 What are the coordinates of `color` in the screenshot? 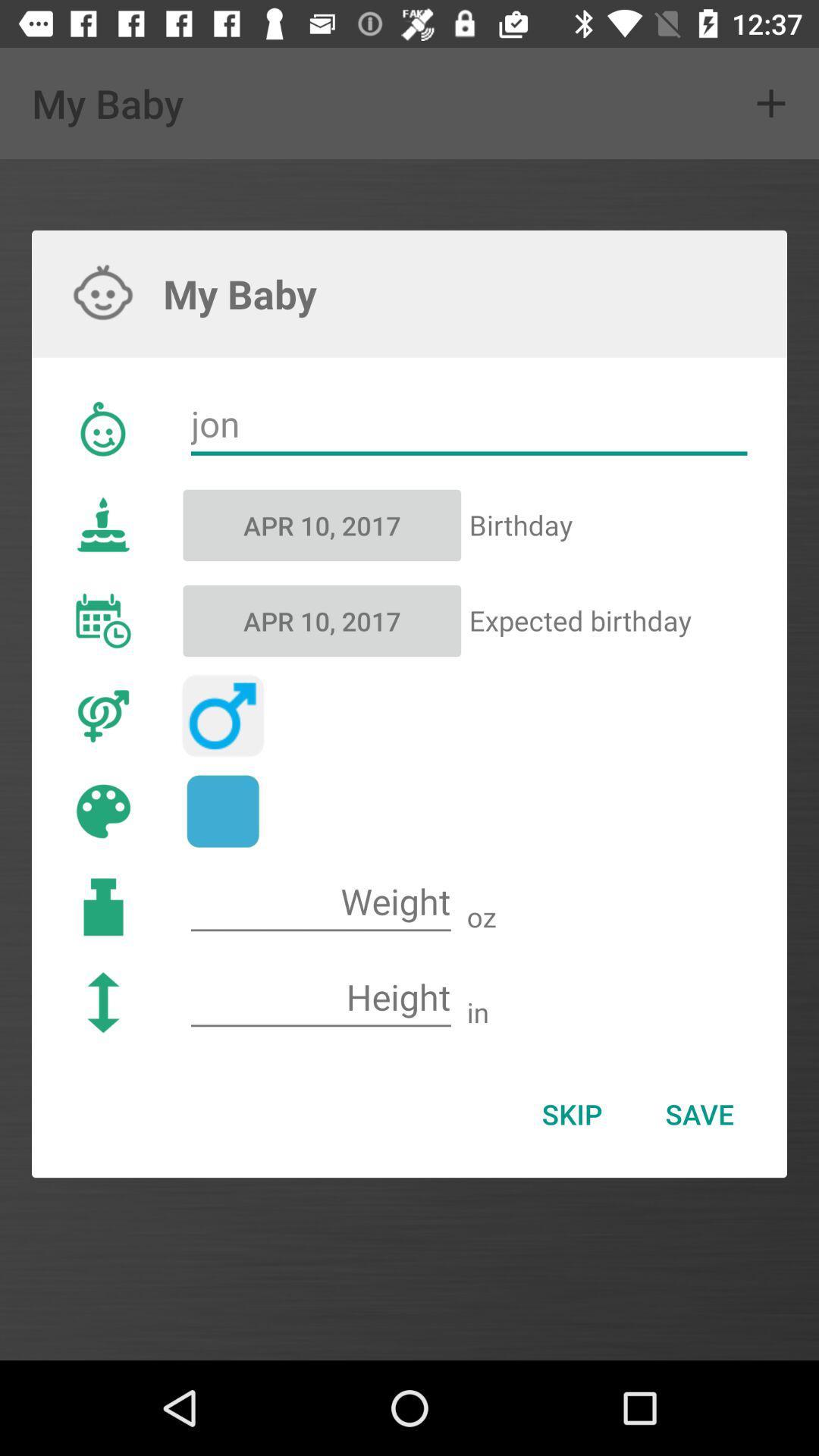 It's located at (222, 811).